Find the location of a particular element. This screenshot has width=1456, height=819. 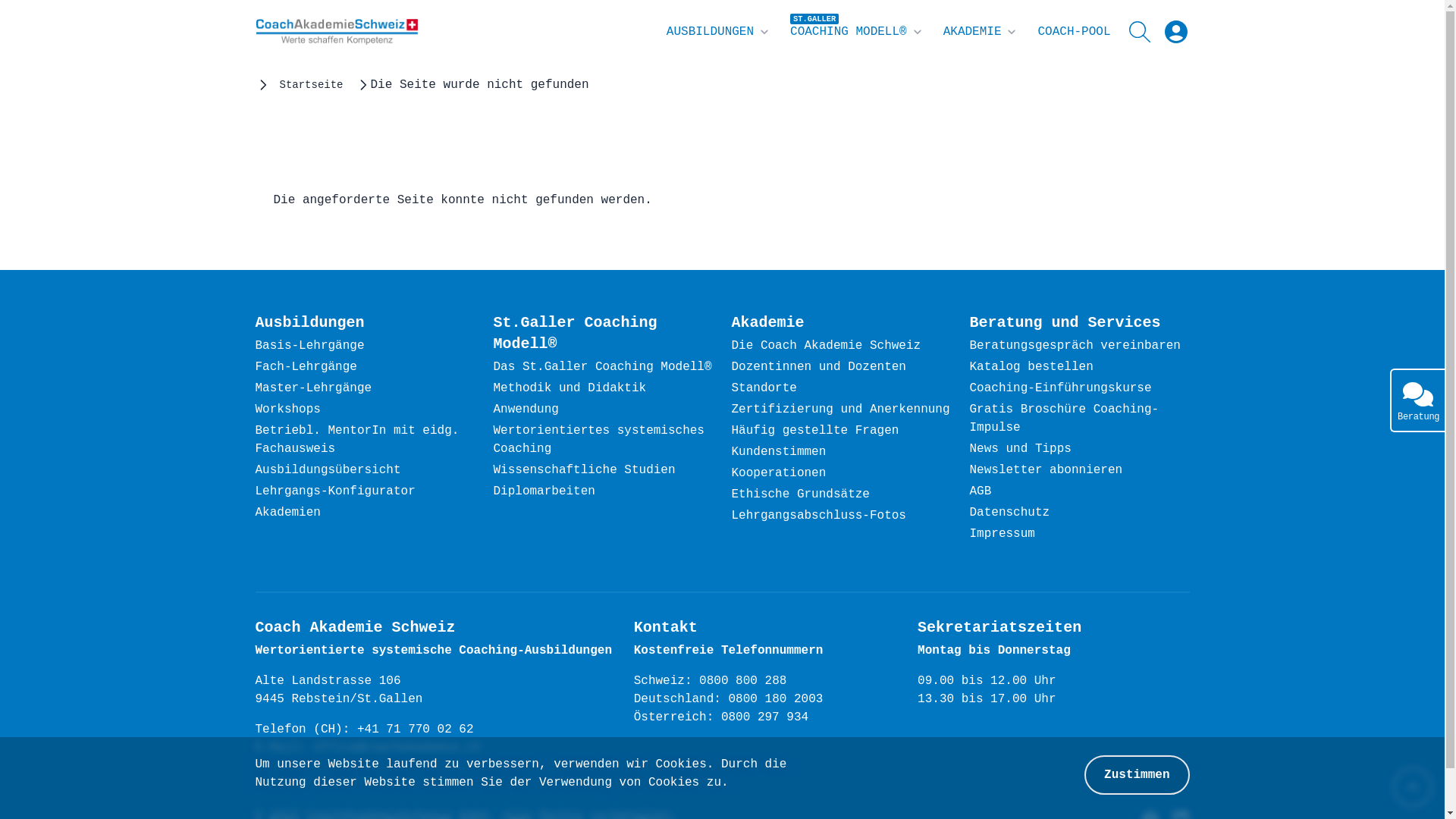

'MyCAS-Login' is located at coordinates (1175, 32).